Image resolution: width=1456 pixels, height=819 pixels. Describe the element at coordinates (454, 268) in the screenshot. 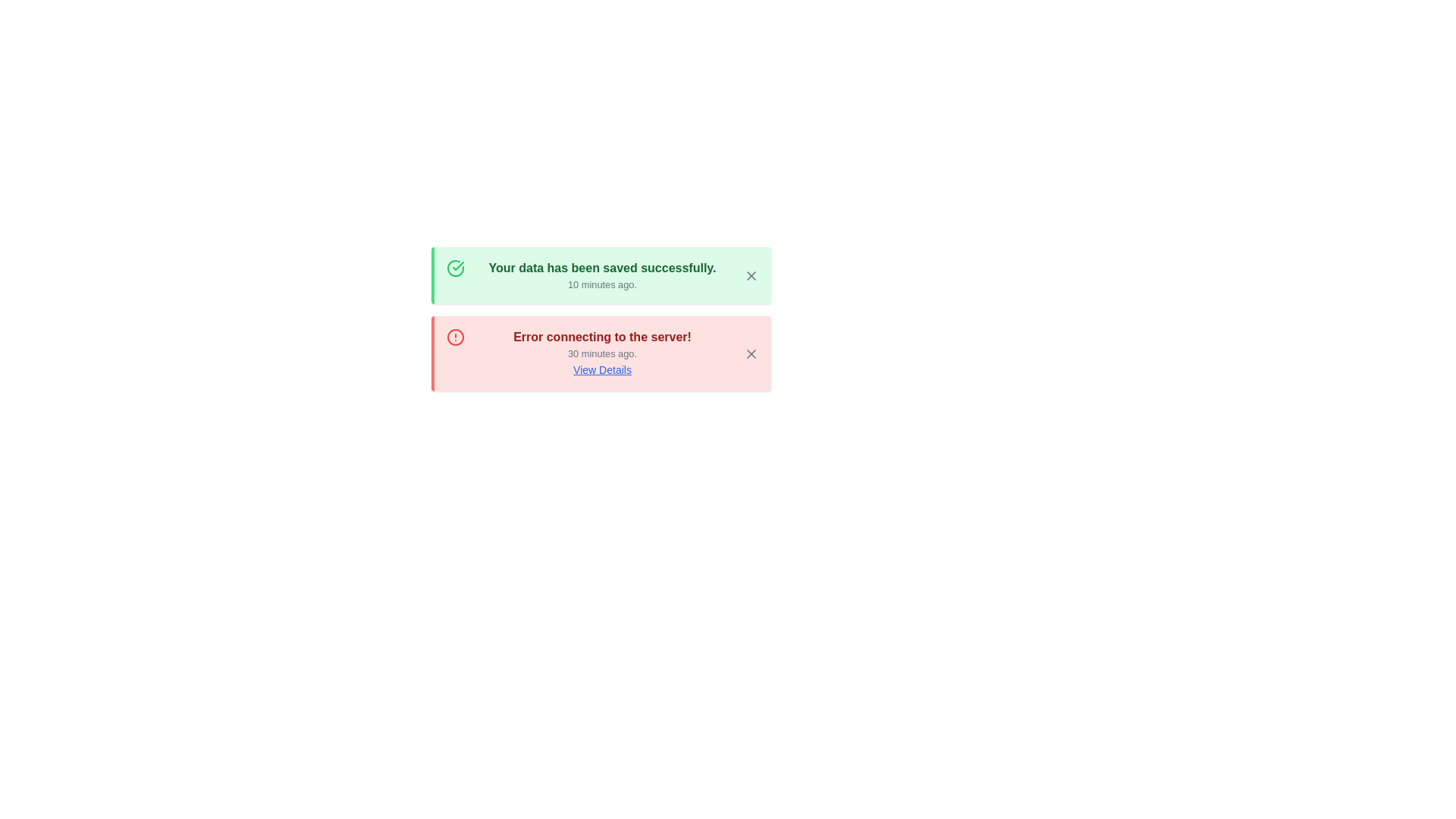

I see `the success indicator icon located within the green notification at the top, which is positioned before the text 'Your data has been saved successfully.'` at that location.